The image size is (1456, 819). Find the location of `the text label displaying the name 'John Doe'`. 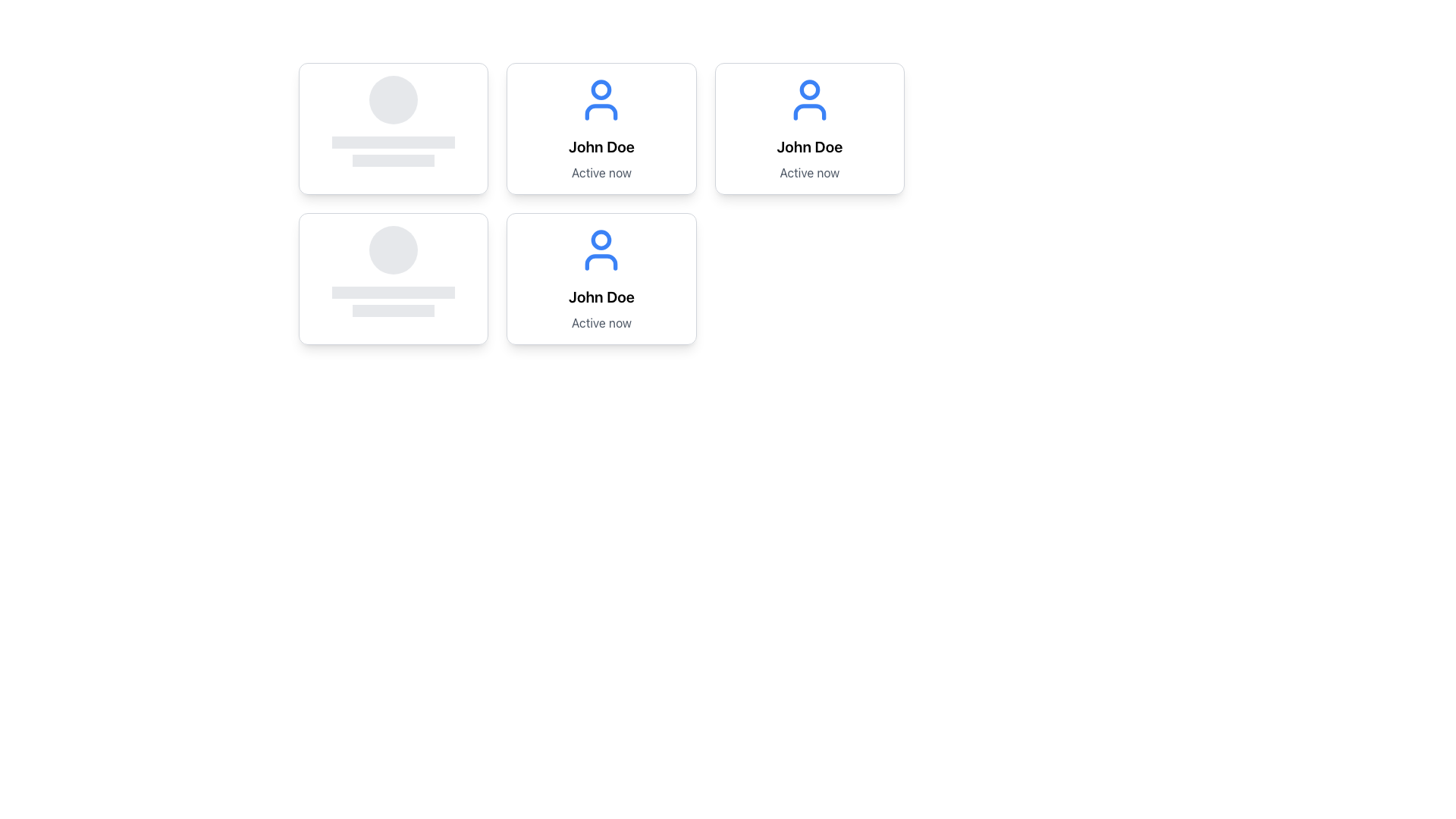

the text label displaying the name 'John Doe' is located at coordinates (808, 146).